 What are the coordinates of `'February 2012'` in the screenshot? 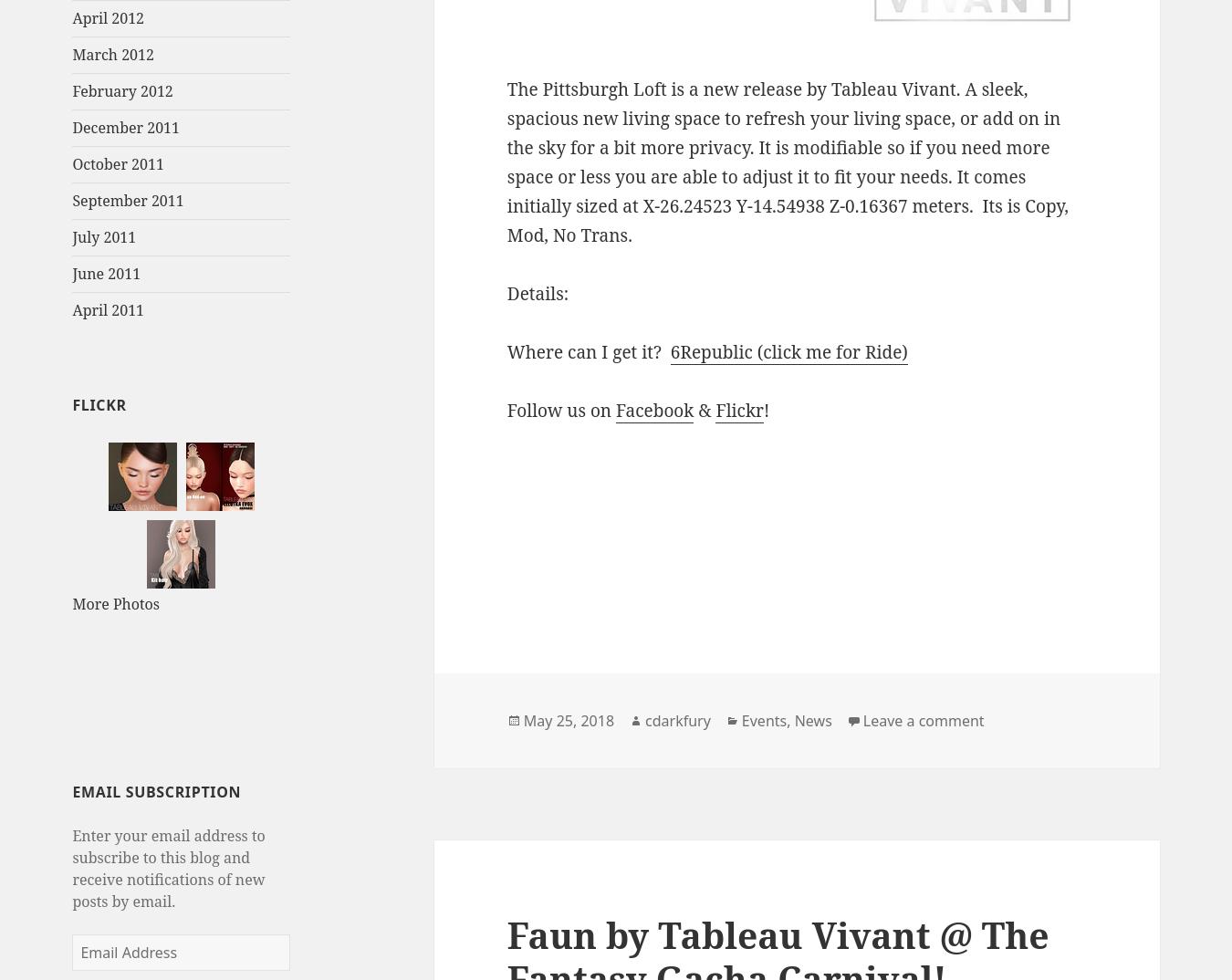 It's located at (122, 90).